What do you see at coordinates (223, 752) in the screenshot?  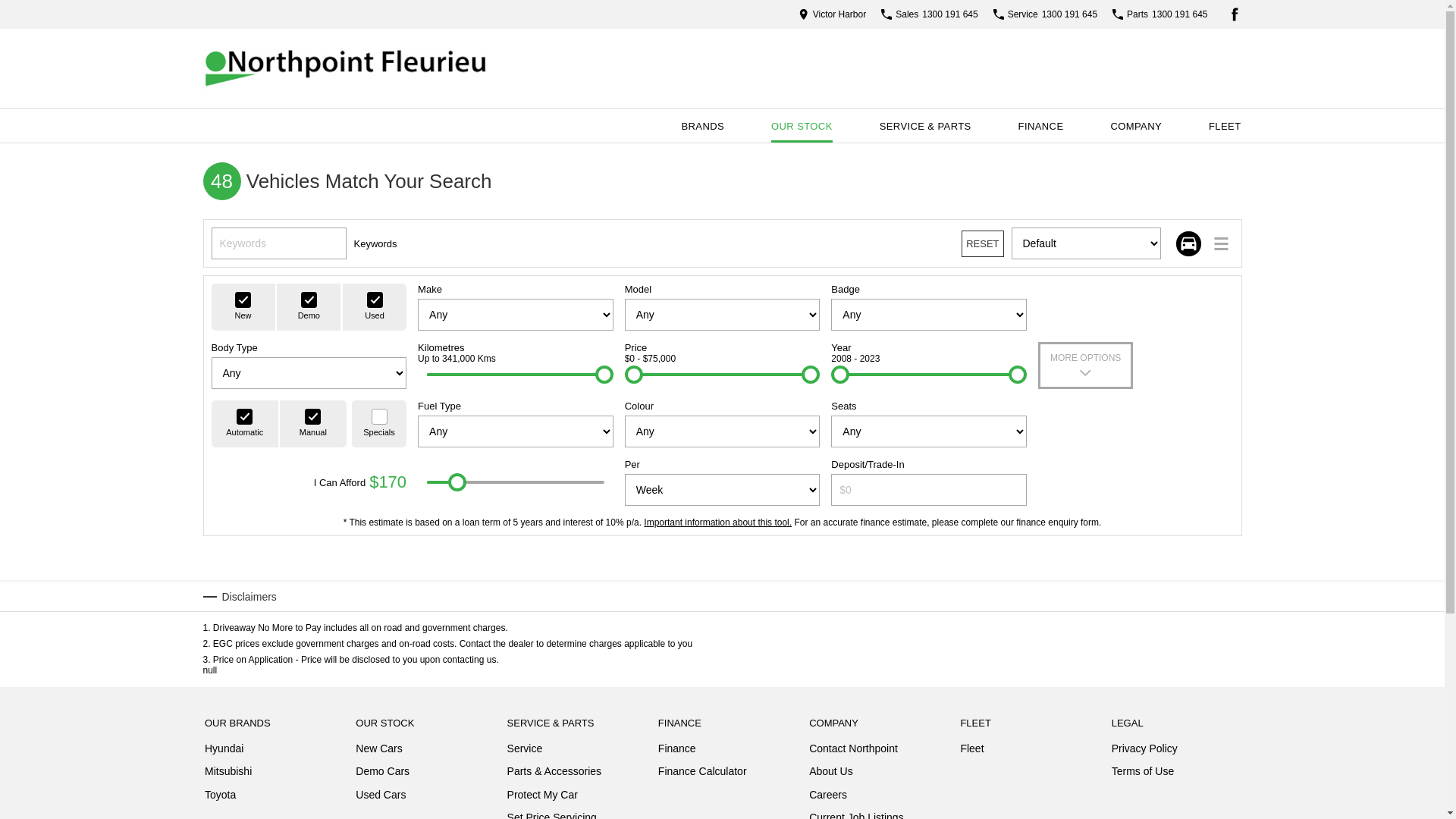 I see `'Hyundai'` at bounding box center [223, 752].